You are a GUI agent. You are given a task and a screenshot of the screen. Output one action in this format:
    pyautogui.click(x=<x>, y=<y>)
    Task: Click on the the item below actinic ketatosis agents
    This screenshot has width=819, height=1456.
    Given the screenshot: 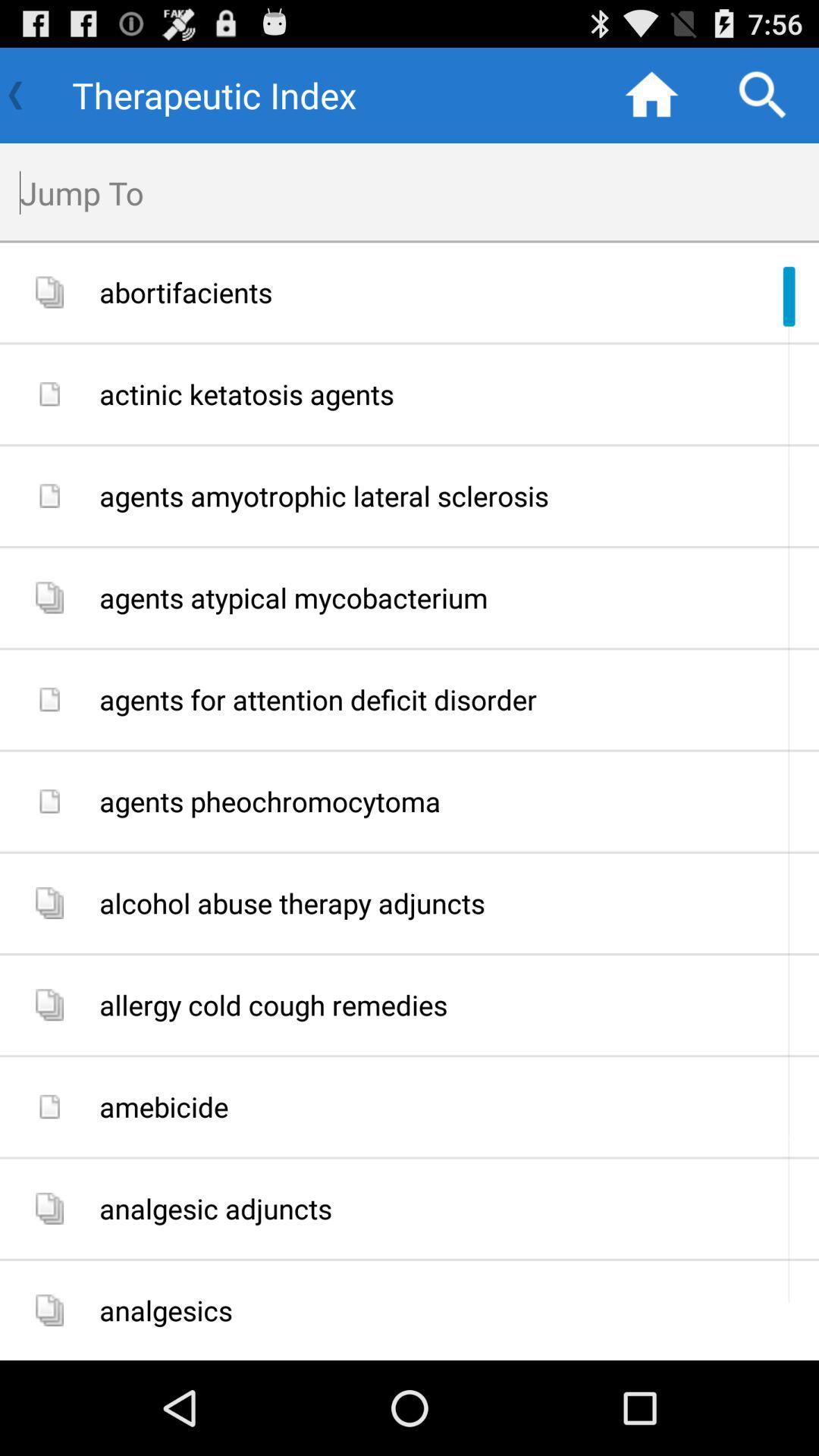 What is the action you would take?
    pyautogui.click(x=453, y=496)
    